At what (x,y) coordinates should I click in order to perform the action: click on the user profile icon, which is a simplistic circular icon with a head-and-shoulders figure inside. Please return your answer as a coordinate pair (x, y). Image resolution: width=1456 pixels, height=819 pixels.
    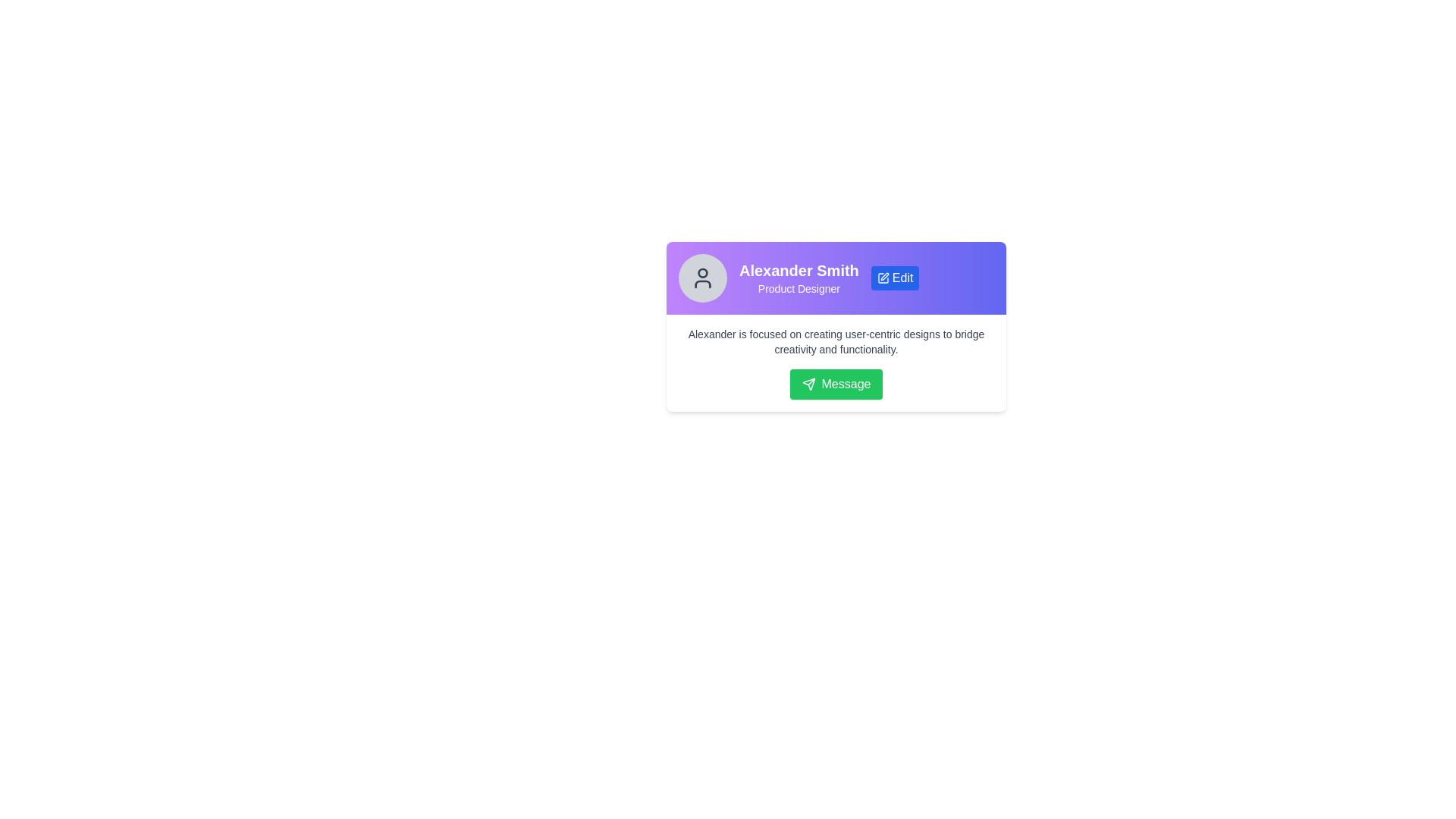
    Looking at the image, I should click on (701, 278).